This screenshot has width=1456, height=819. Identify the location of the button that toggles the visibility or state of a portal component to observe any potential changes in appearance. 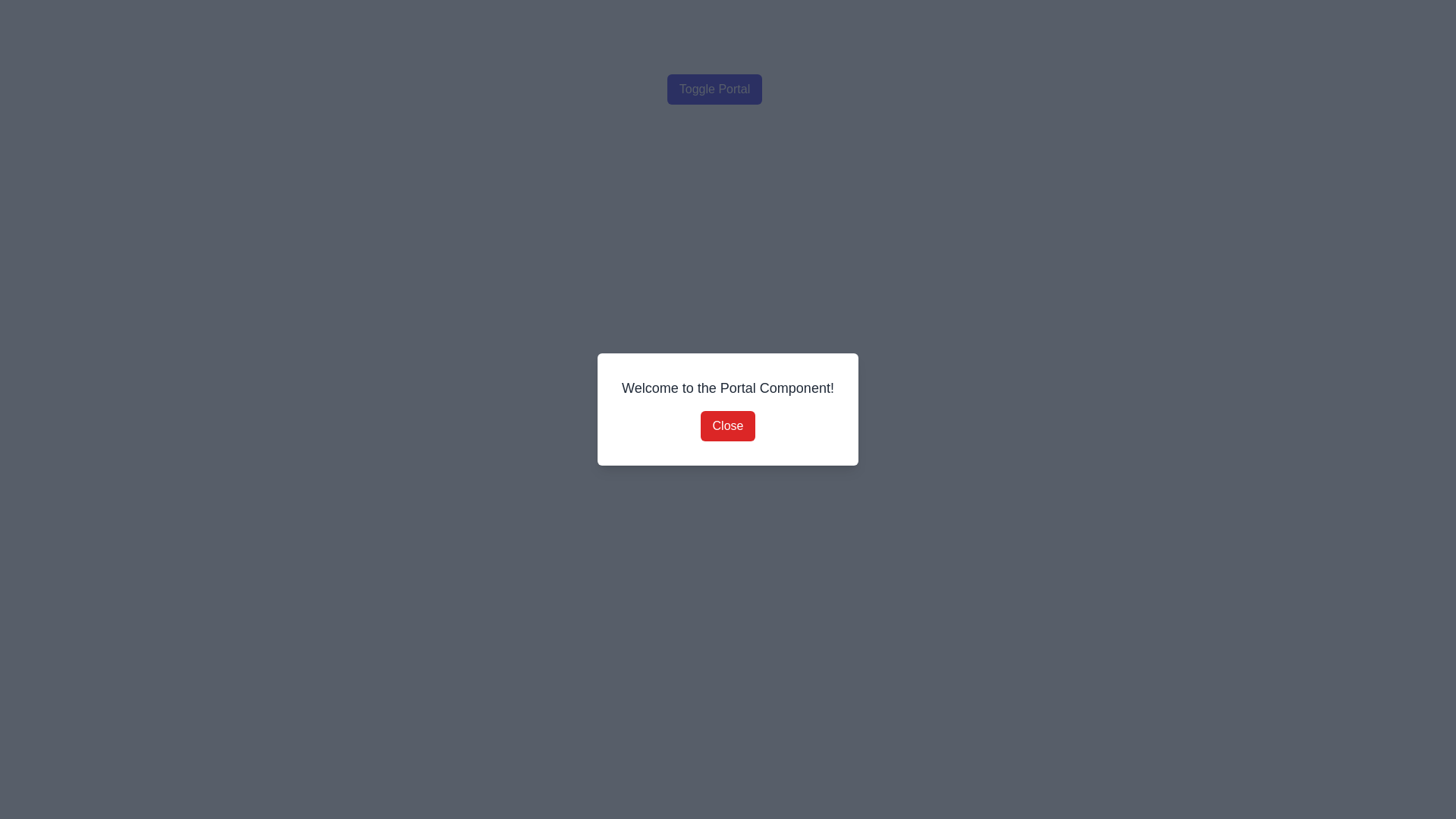
(714, 89).